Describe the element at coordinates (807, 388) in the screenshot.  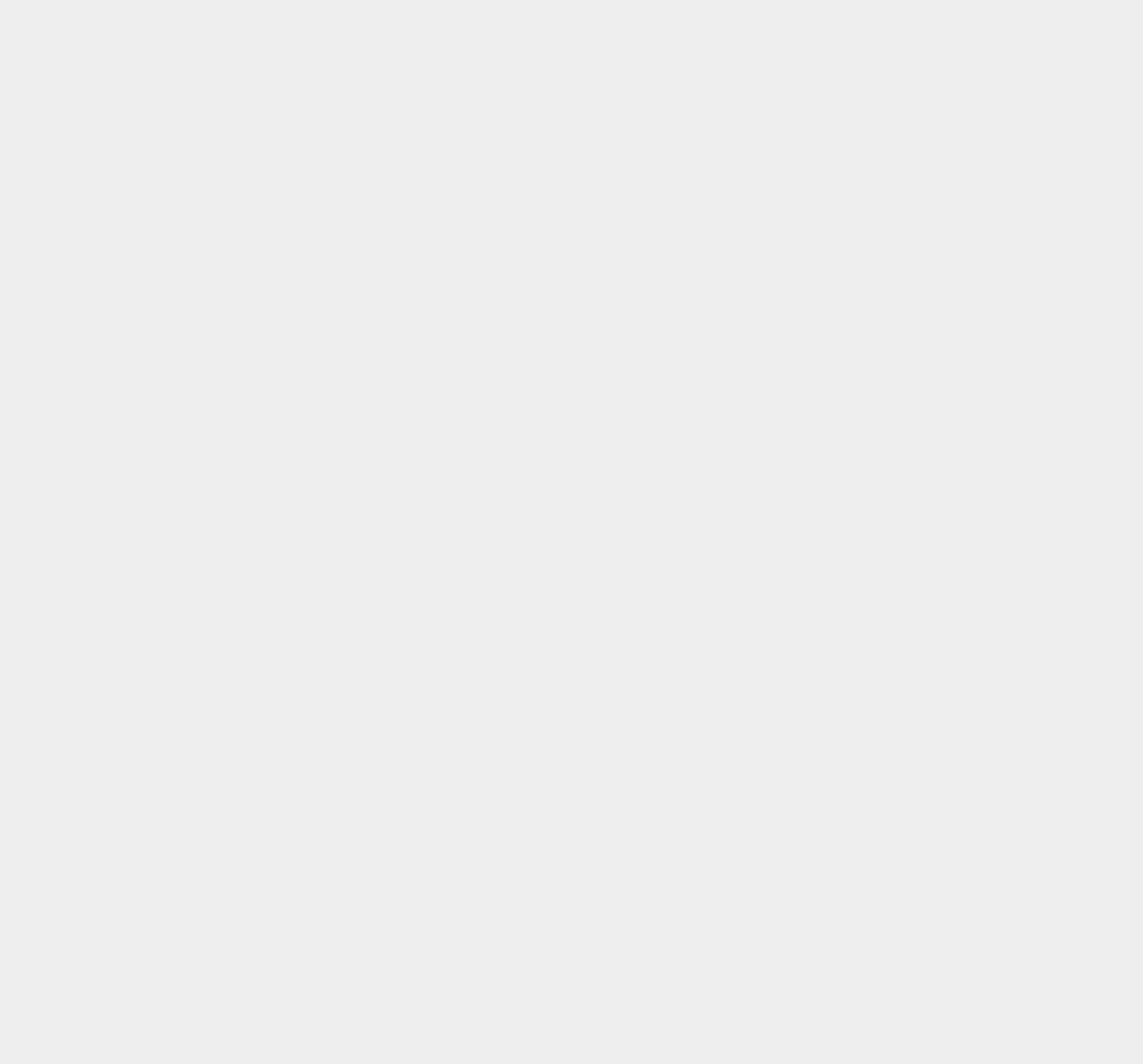
I see `'YouTube'` at that location.